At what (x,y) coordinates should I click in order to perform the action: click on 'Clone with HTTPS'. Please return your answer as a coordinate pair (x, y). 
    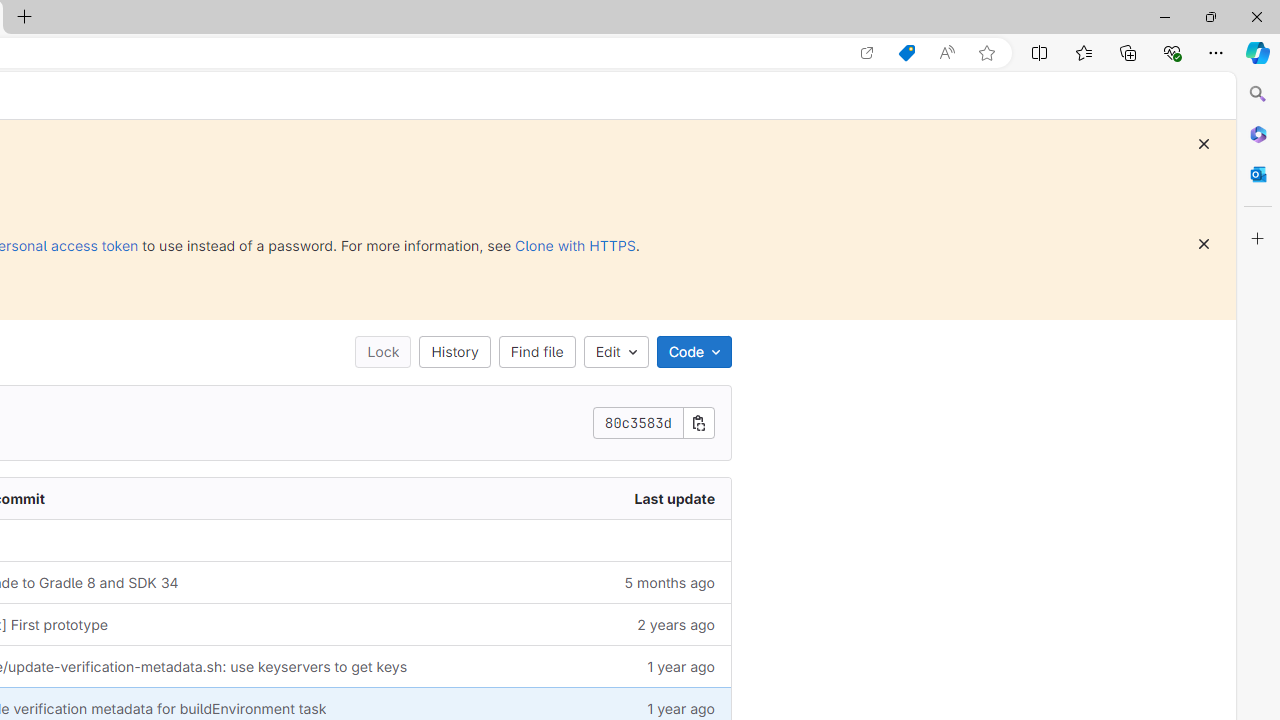
    Looking at the image, I should click on (574, 244).